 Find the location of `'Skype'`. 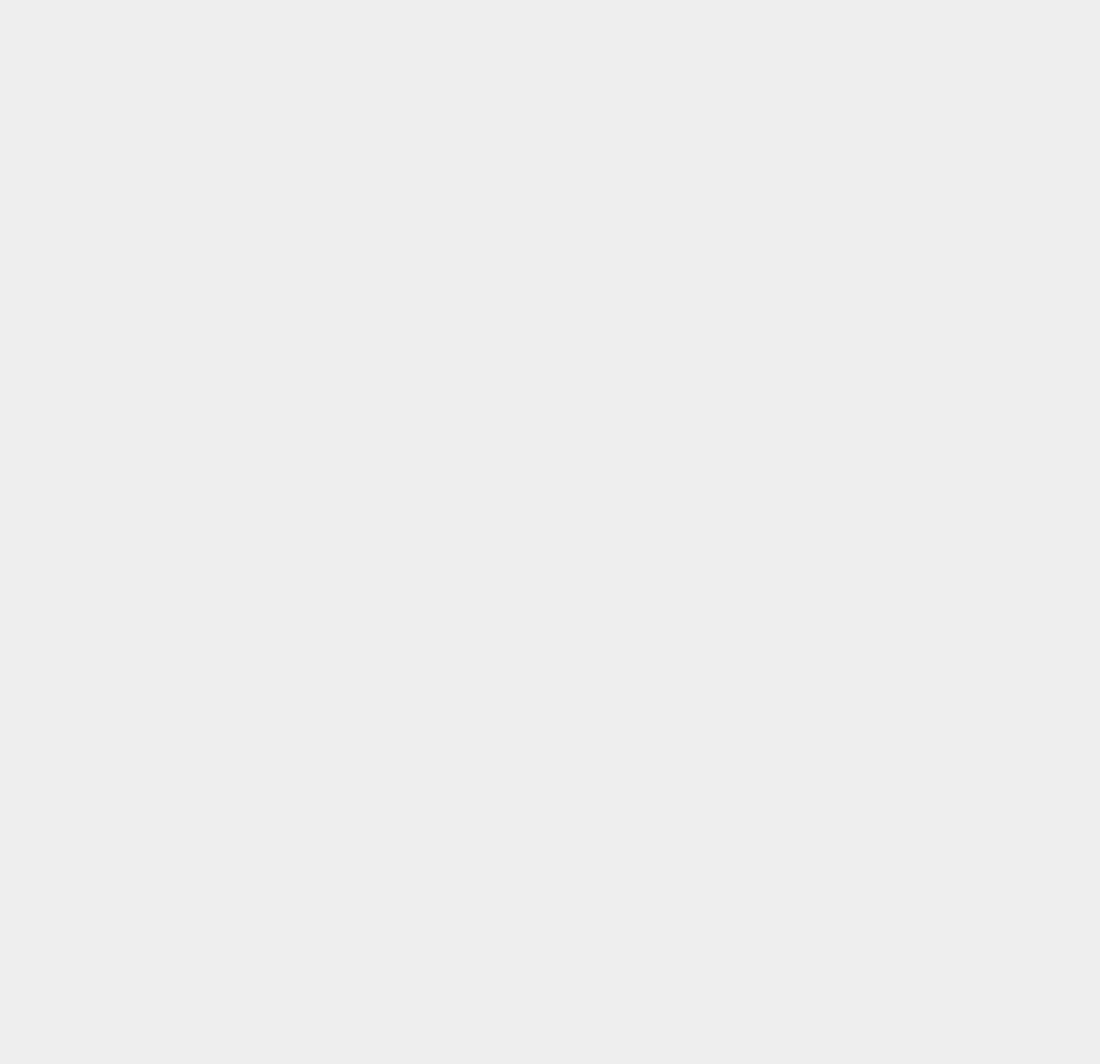

'Skype' is located at coordinates (796, 797).